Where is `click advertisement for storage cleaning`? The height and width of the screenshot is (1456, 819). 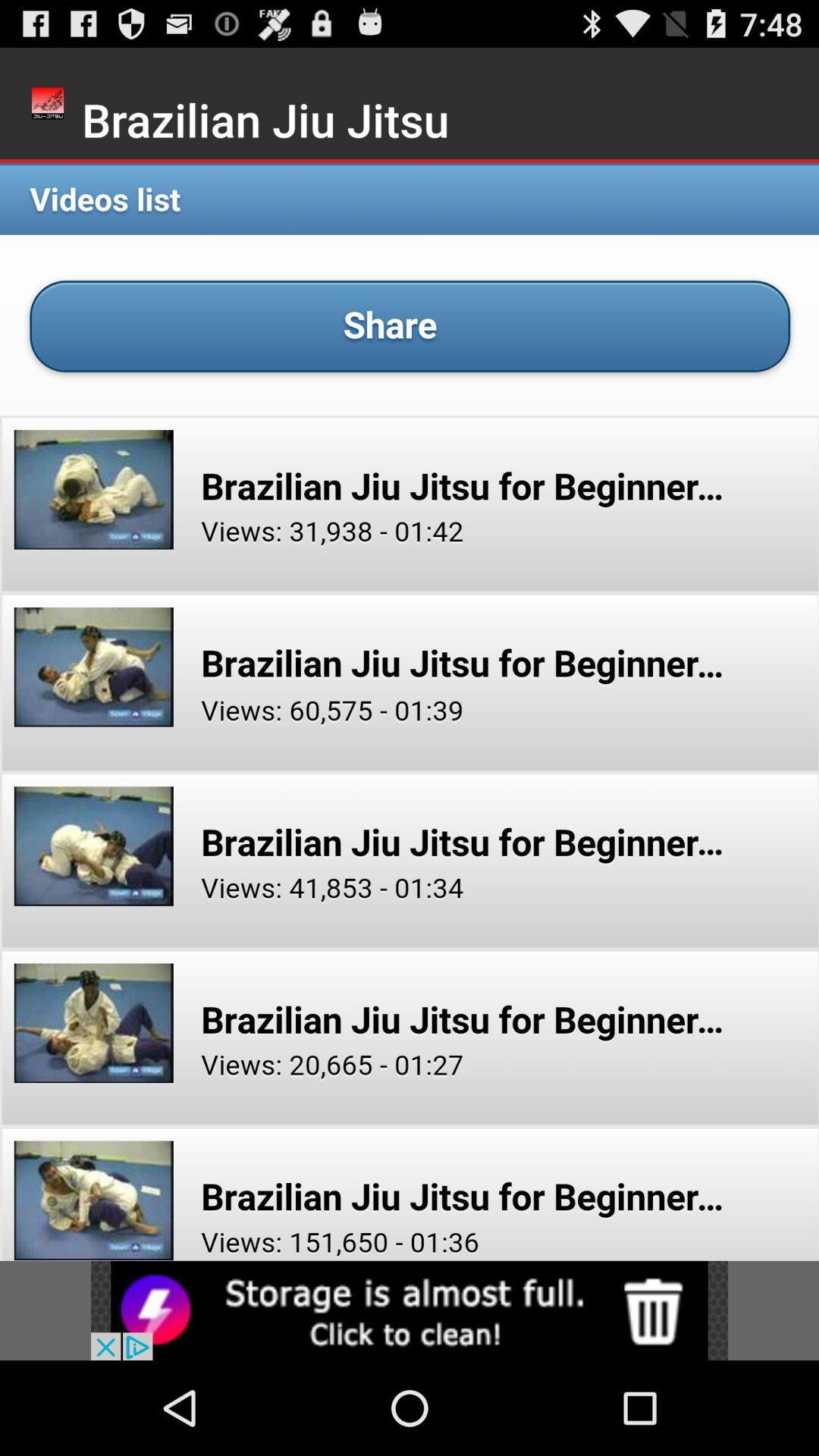 click advertisement for storage cleaning is located at coordinates (409, 1310).